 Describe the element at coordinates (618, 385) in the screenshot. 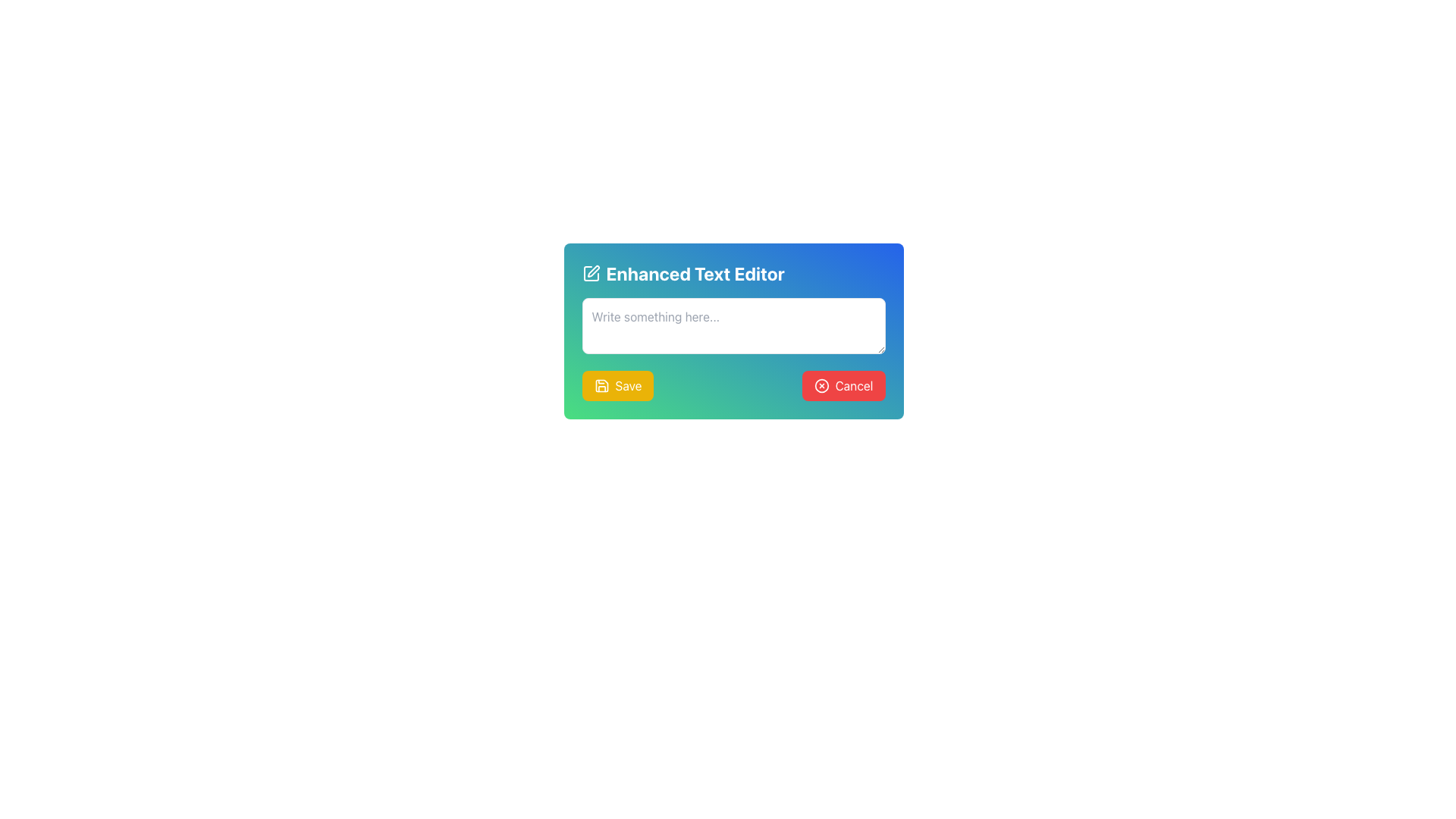

I see `the save button located in the bottom-left corner of the modal interface, which is the first button in the group of two buttons` at that location.